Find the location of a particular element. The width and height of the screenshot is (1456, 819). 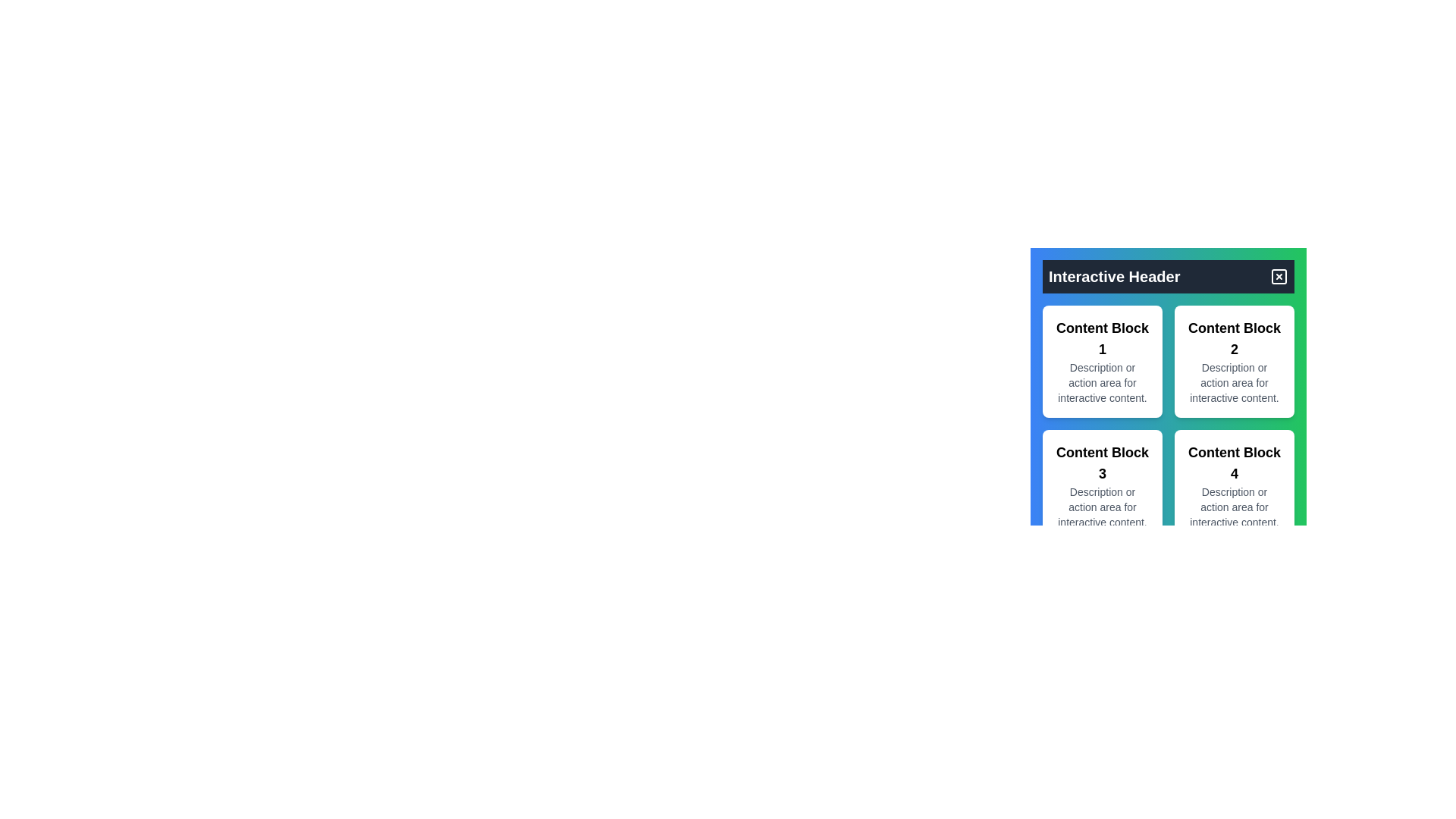

the Informational card located in the second column and second row of the grid layout is located at coordinates (1234, 485).